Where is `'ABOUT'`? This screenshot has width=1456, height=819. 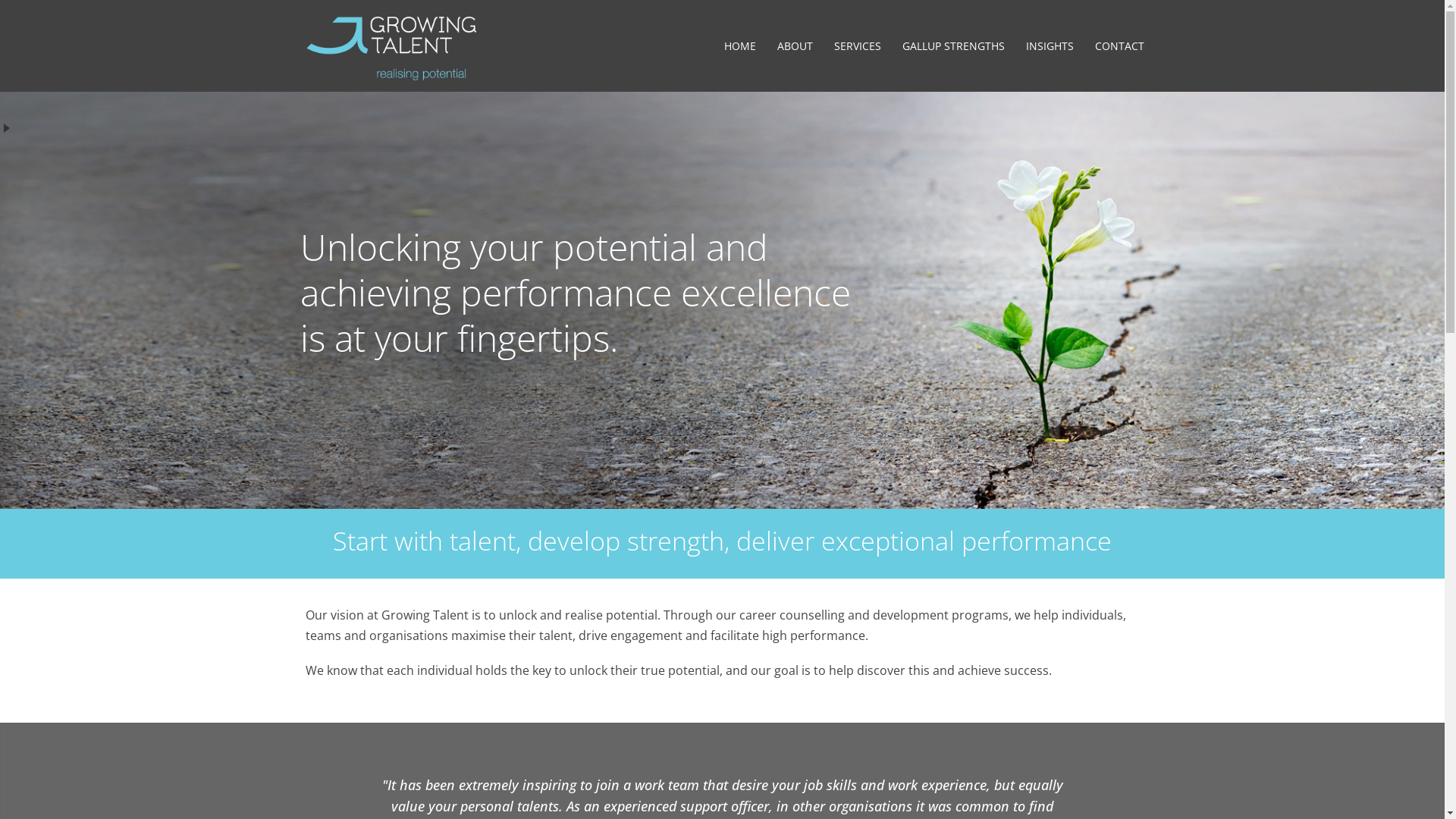
'ABOUT' is located at coordinates (793, 45).